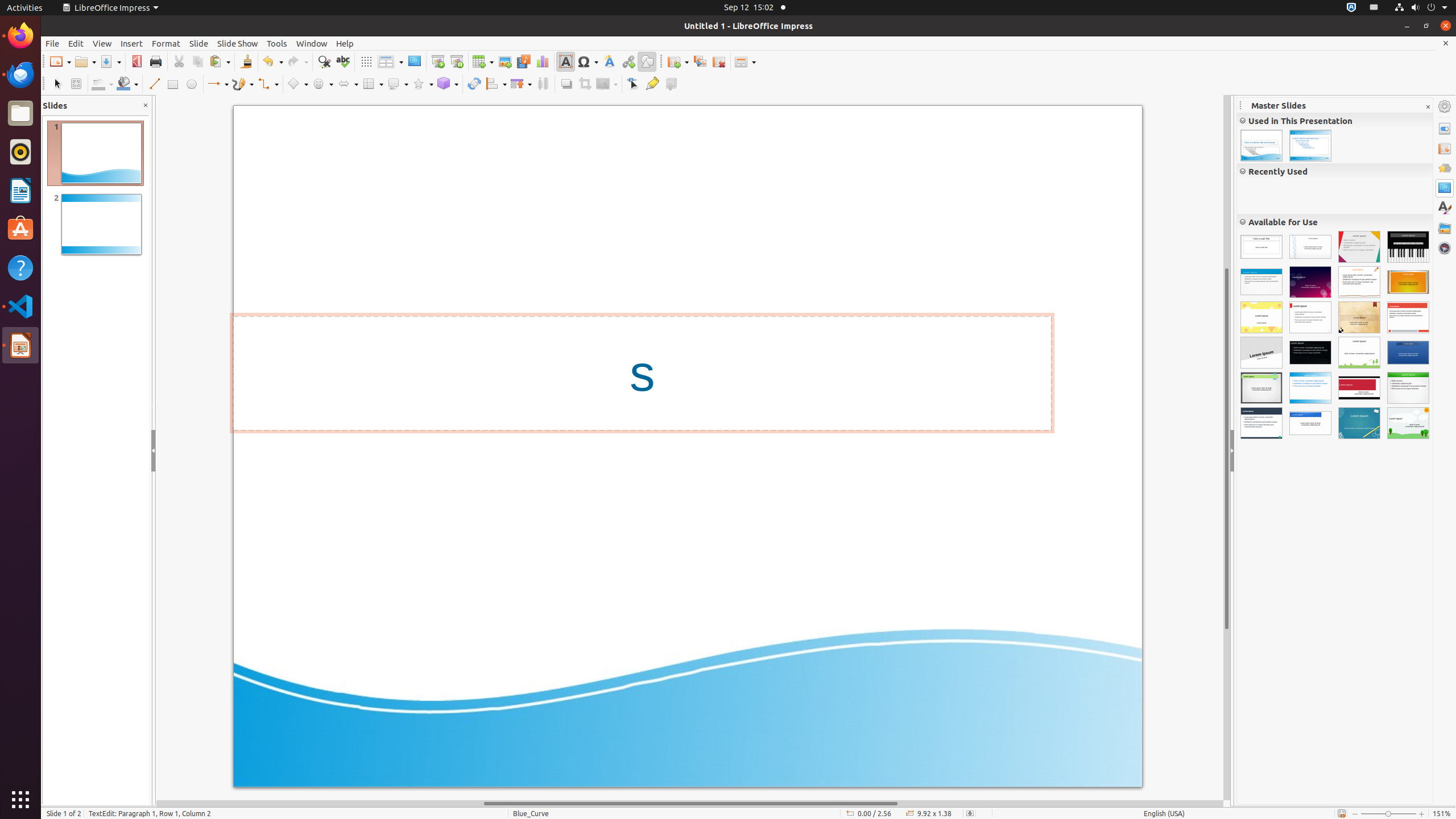 The width and height of the screenshot is (1456, 819). What do you see at coordinates (85, 61) in the screenshot?
I see `'Open'` at bounding box center [85, 61].